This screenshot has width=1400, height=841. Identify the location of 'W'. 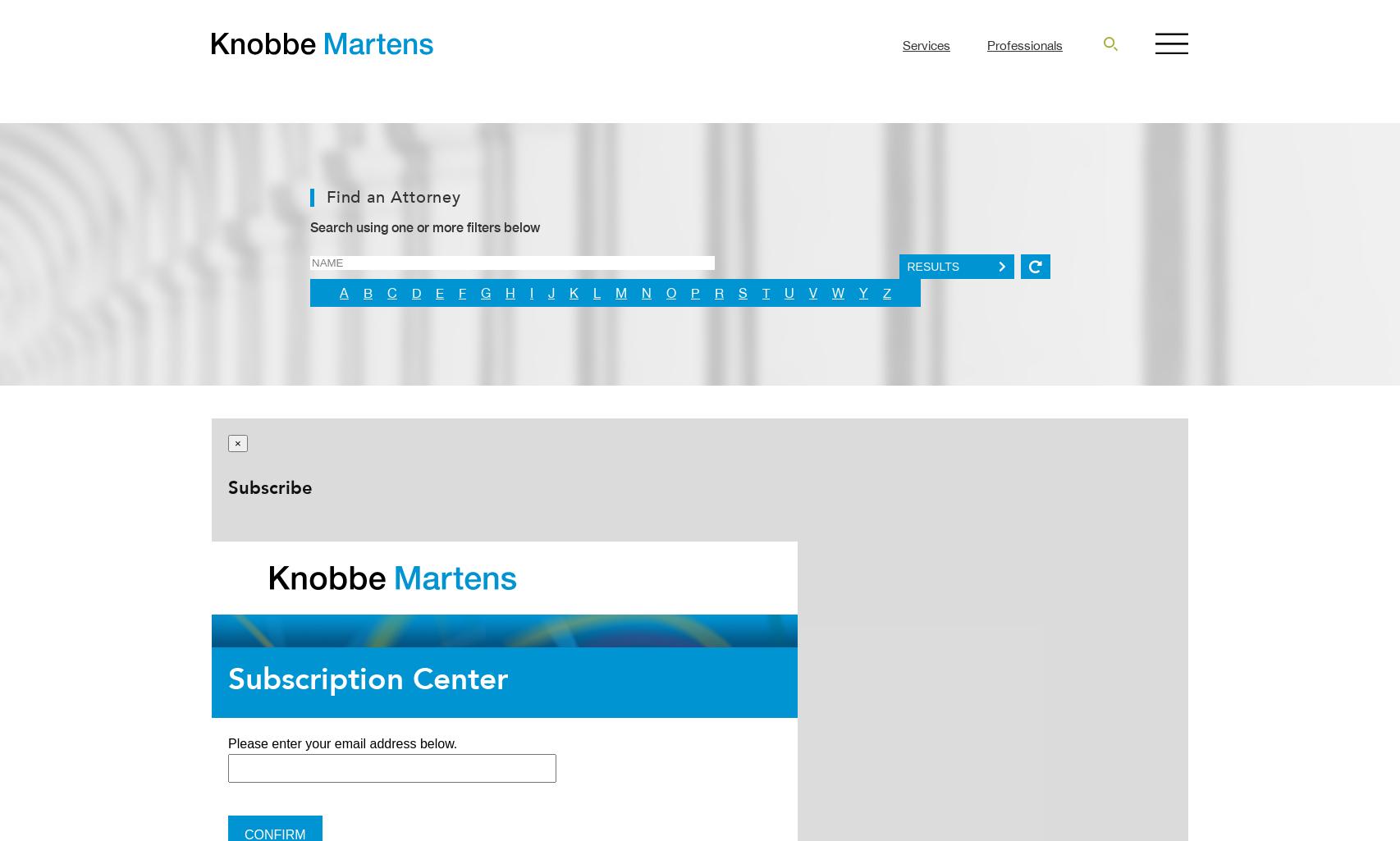
(838, 292).